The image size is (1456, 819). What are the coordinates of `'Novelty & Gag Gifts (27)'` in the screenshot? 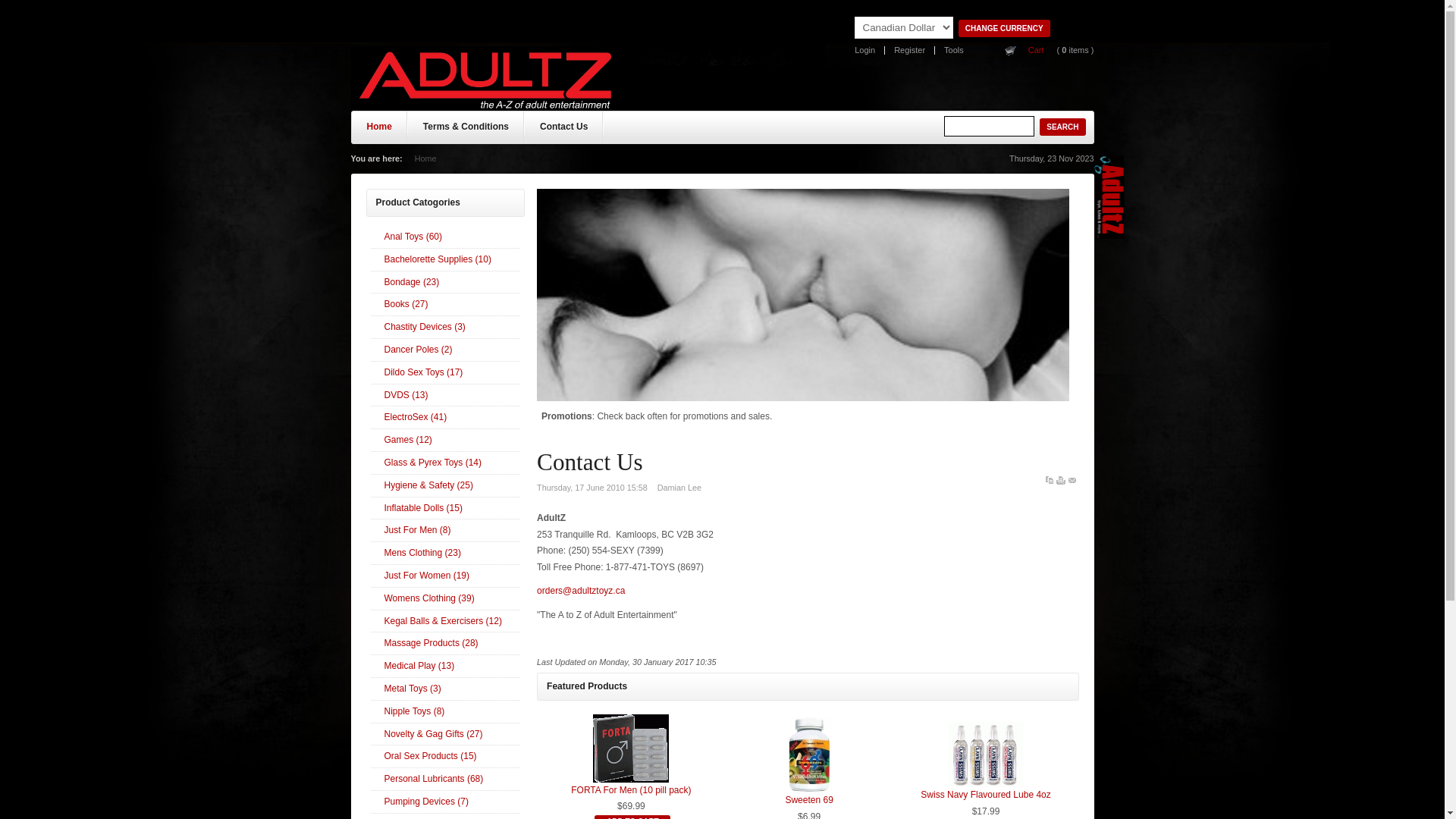 It's located at (444, 733).